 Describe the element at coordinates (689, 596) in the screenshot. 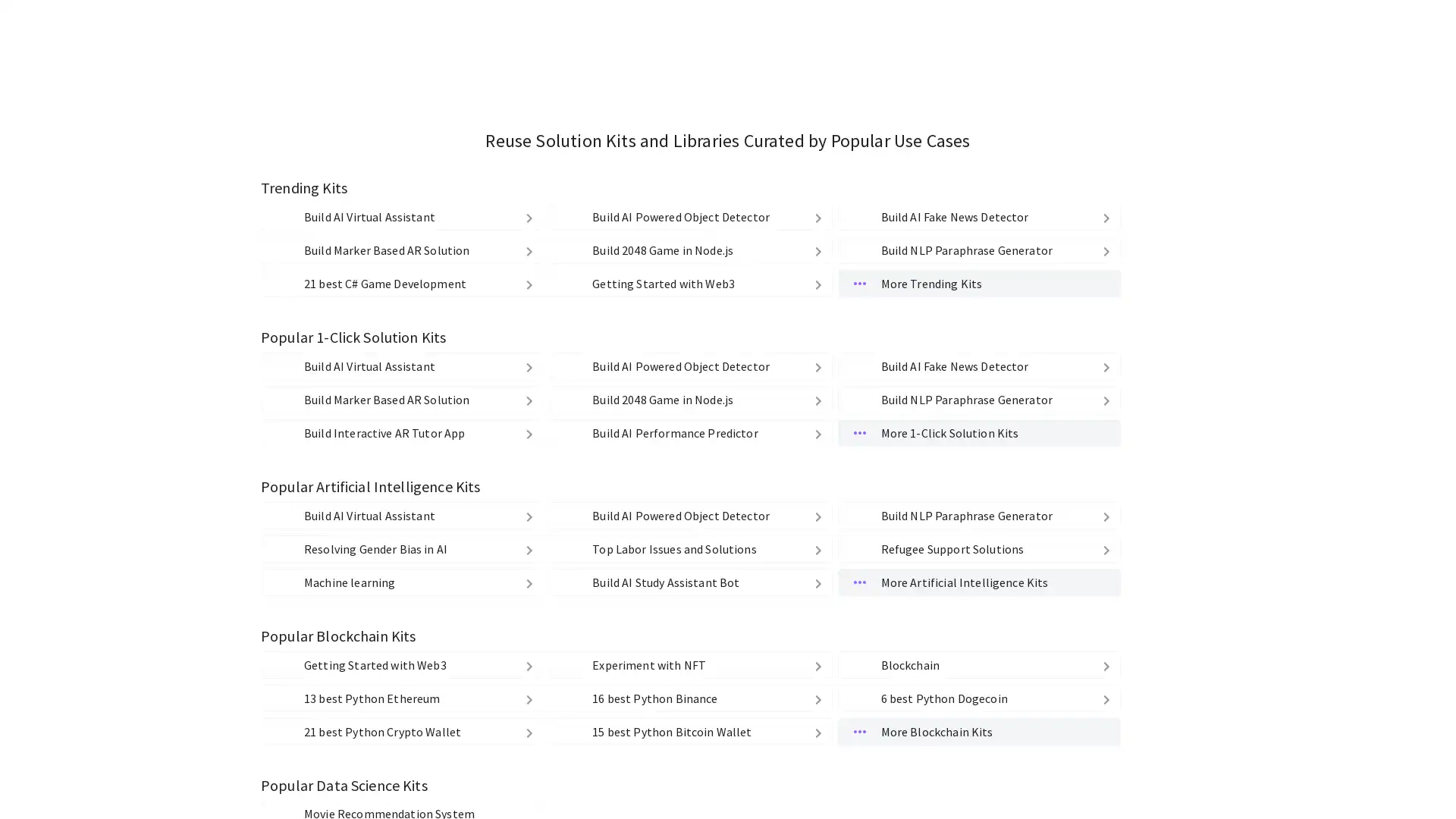

I see `object-detection-kit Build AI Powered Object Detector` at that location.